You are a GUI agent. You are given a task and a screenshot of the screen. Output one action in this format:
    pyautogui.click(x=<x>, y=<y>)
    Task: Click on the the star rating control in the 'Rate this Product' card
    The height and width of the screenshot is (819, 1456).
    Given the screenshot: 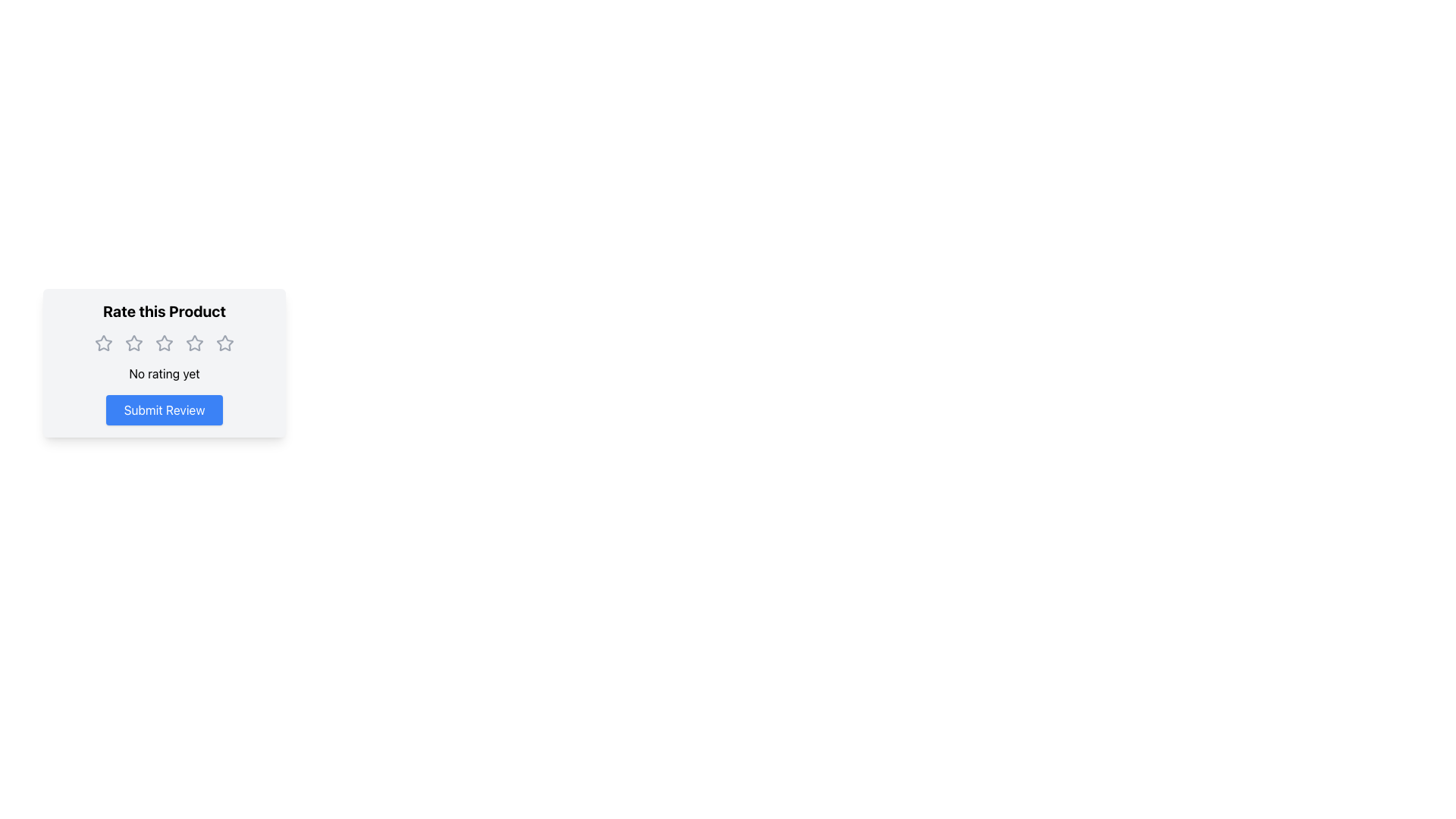 What is the action you would take?
    pyautogui.click(x=164, y=362)
    